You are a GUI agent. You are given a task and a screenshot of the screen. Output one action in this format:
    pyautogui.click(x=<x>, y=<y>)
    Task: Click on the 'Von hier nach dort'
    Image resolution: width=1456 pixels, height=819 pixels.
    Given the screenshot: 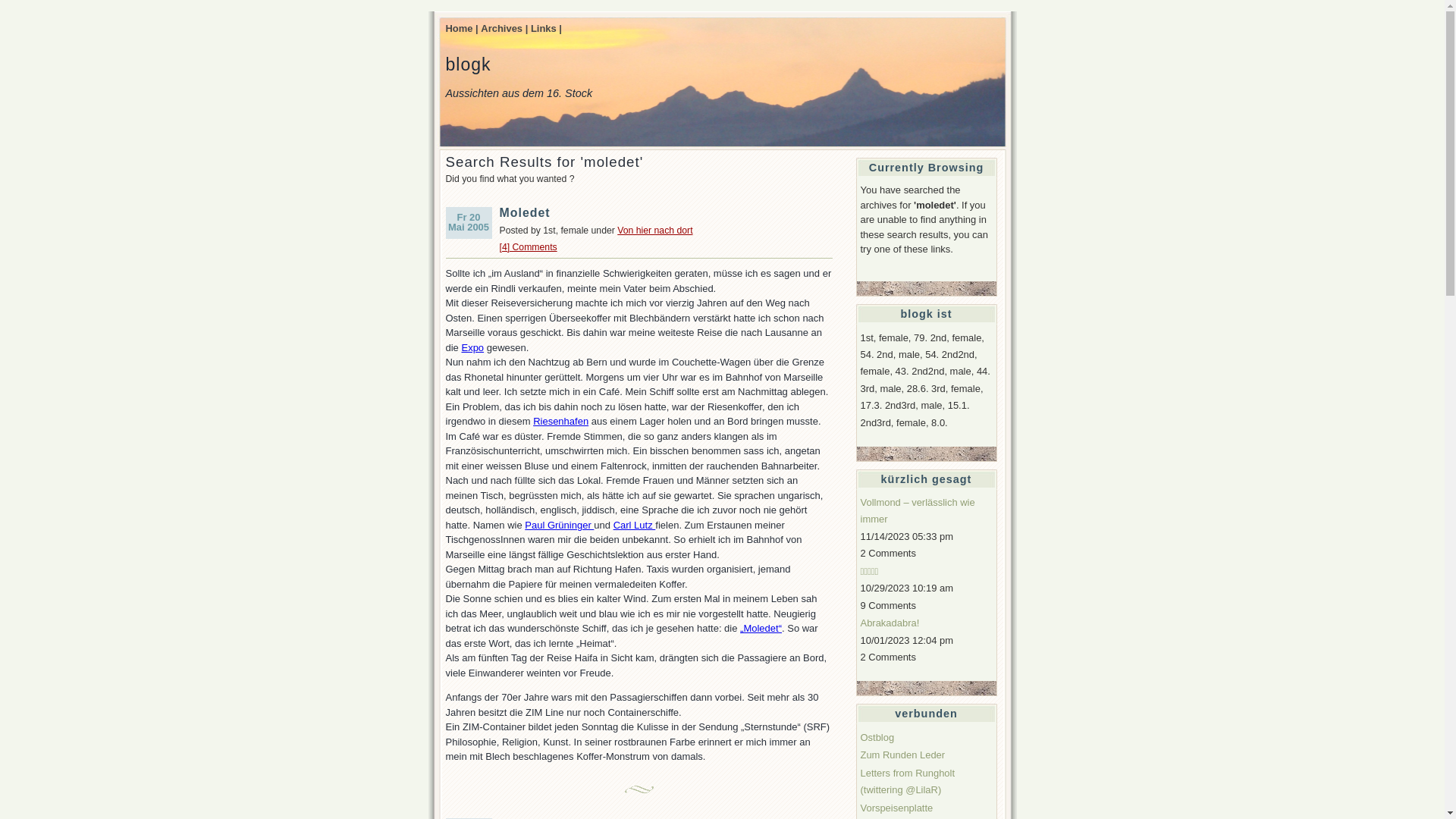 What is the action you would take?
    pyautogui.click(x=617, y=231)
    